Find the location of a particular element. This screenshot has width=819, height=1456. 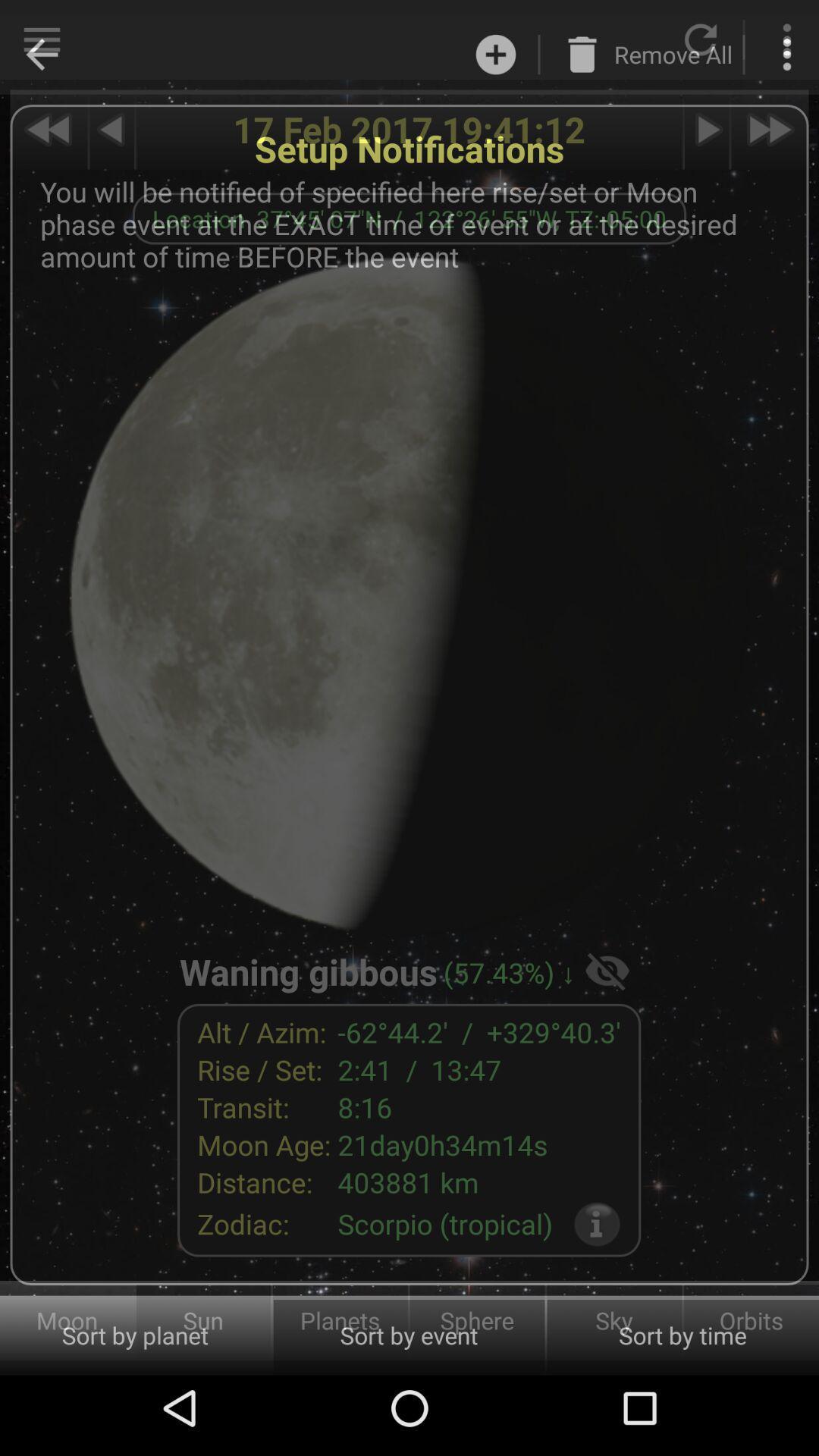

the play icon is located at coordinates (707, 130).